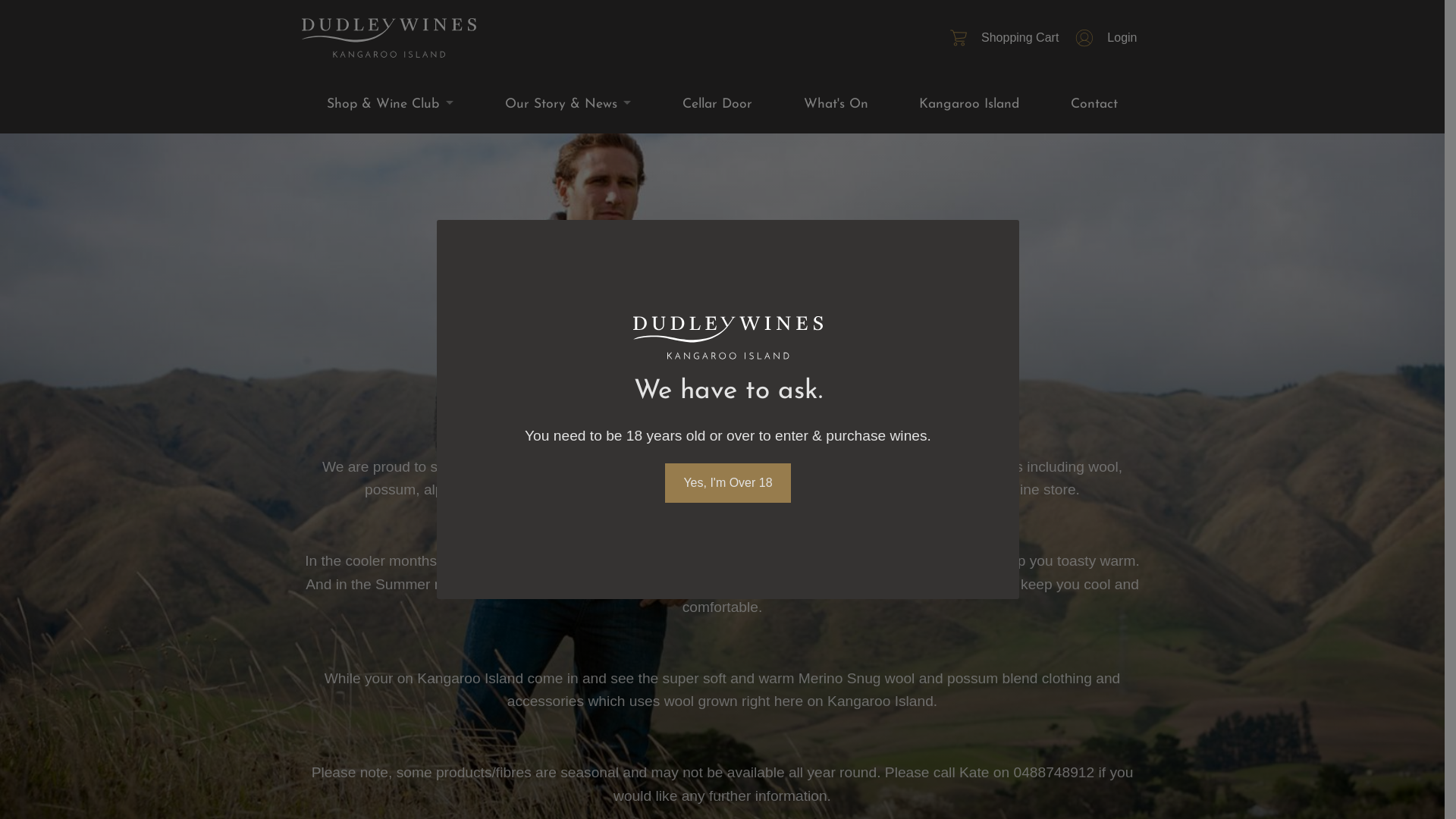  I want to click on 'Our Story & News', so click(566, 104).